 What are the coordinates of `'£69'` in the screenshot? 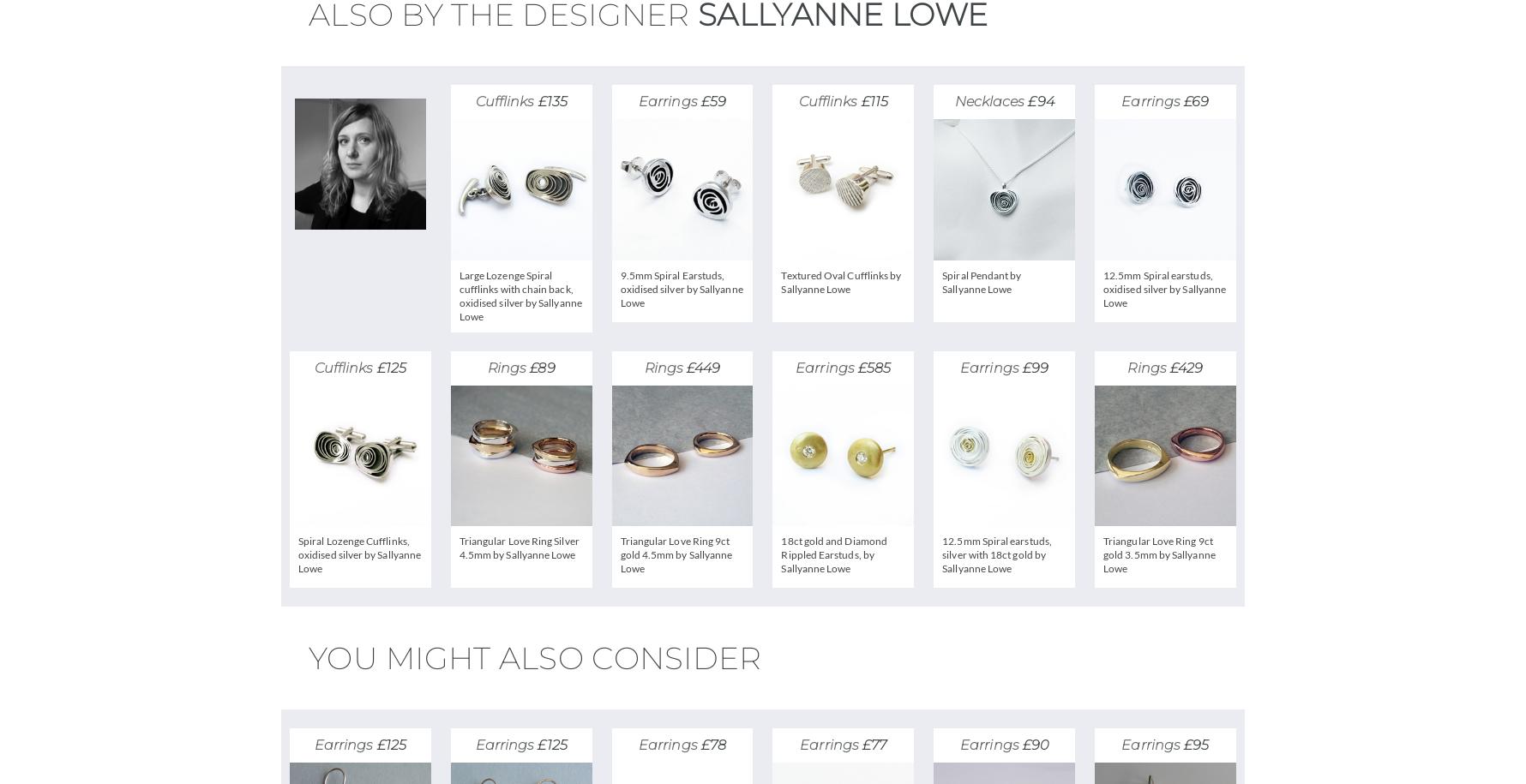 It's located at (1196, 100).